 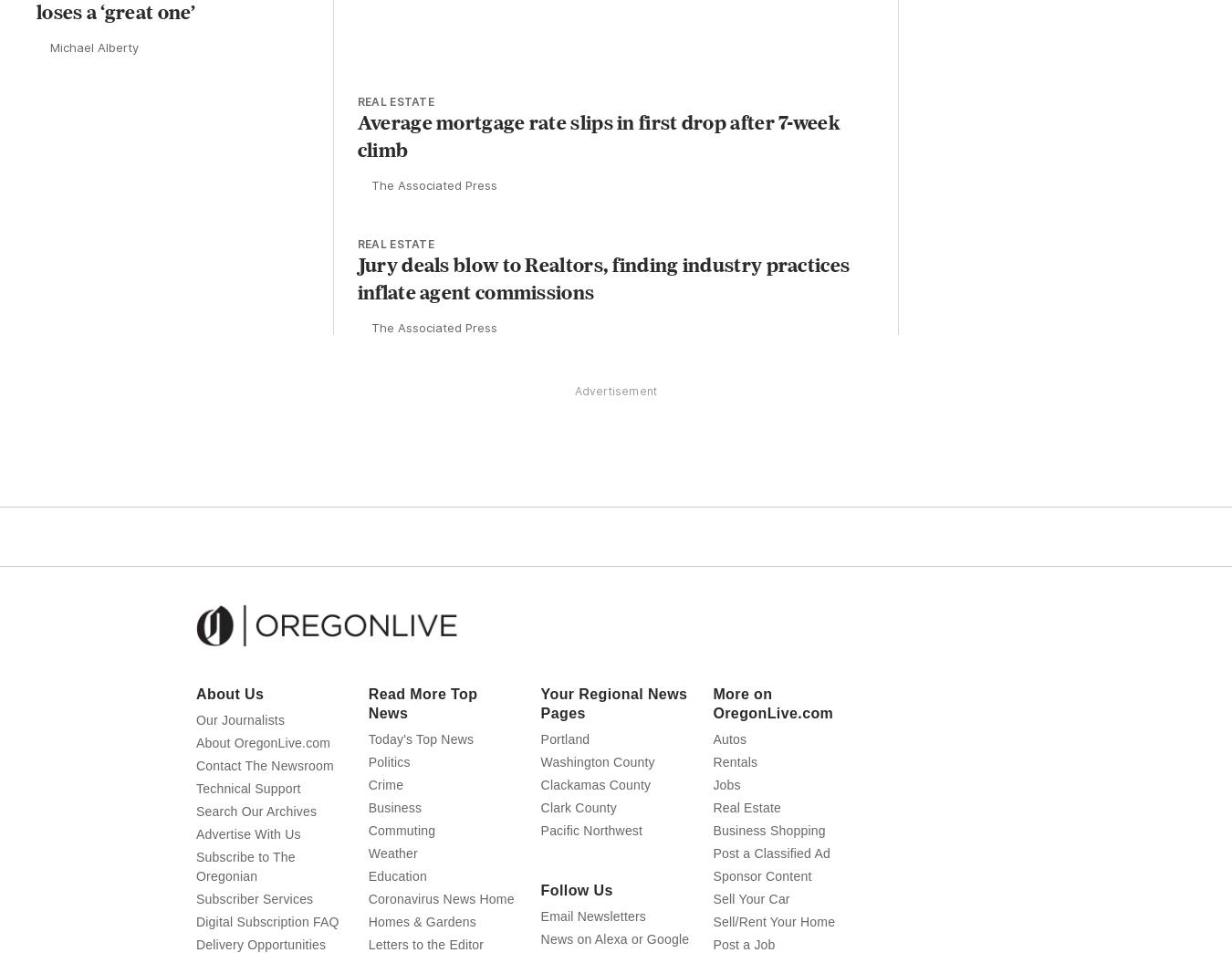 What do you see at coordinates (750, 934) in the screenshot?
I see `'Sell Your Car'` at bounding box center [750, 934].